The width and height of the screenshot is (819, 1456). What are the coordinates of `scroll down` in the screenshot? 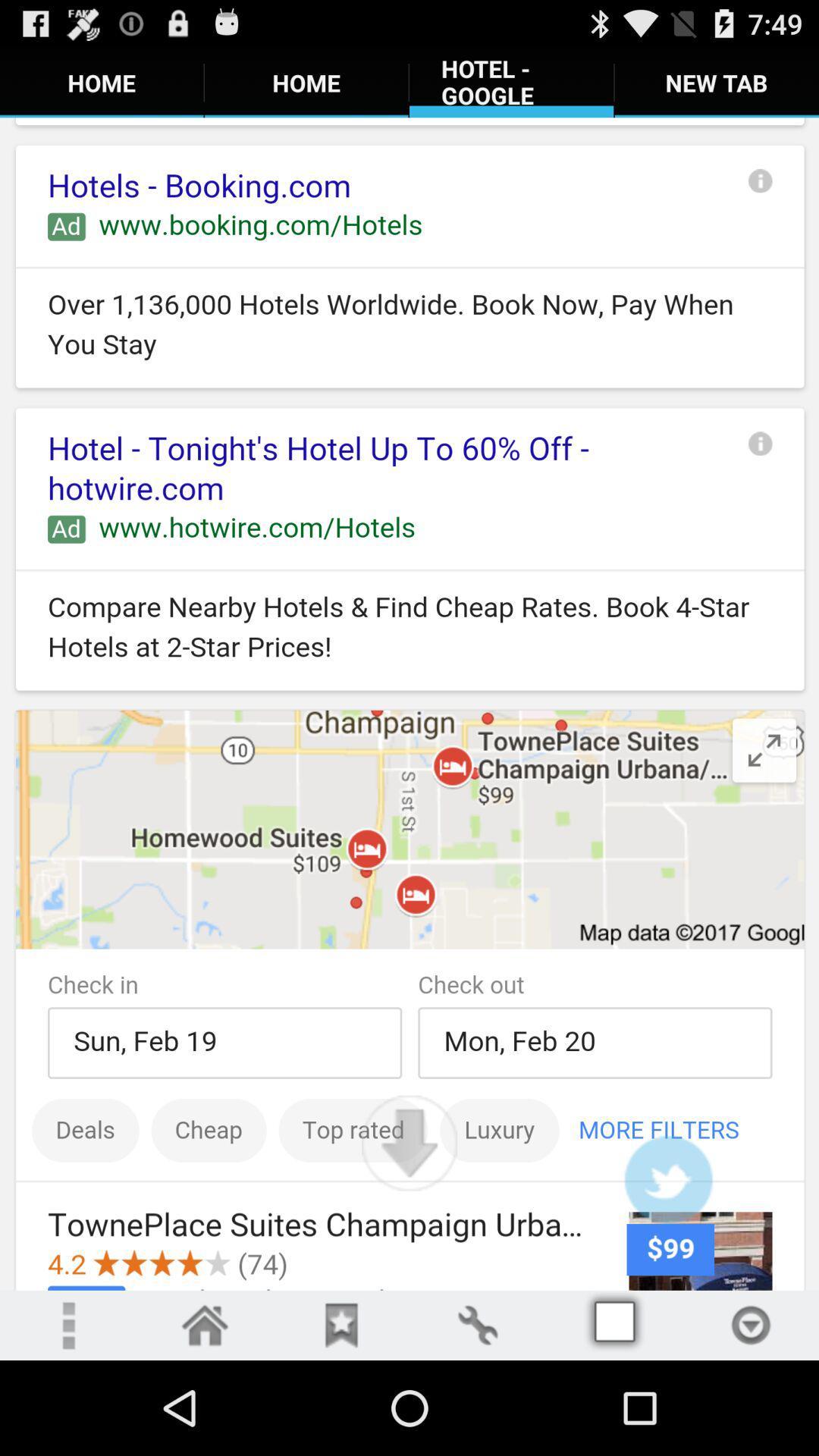 It's located at (409, 1143).